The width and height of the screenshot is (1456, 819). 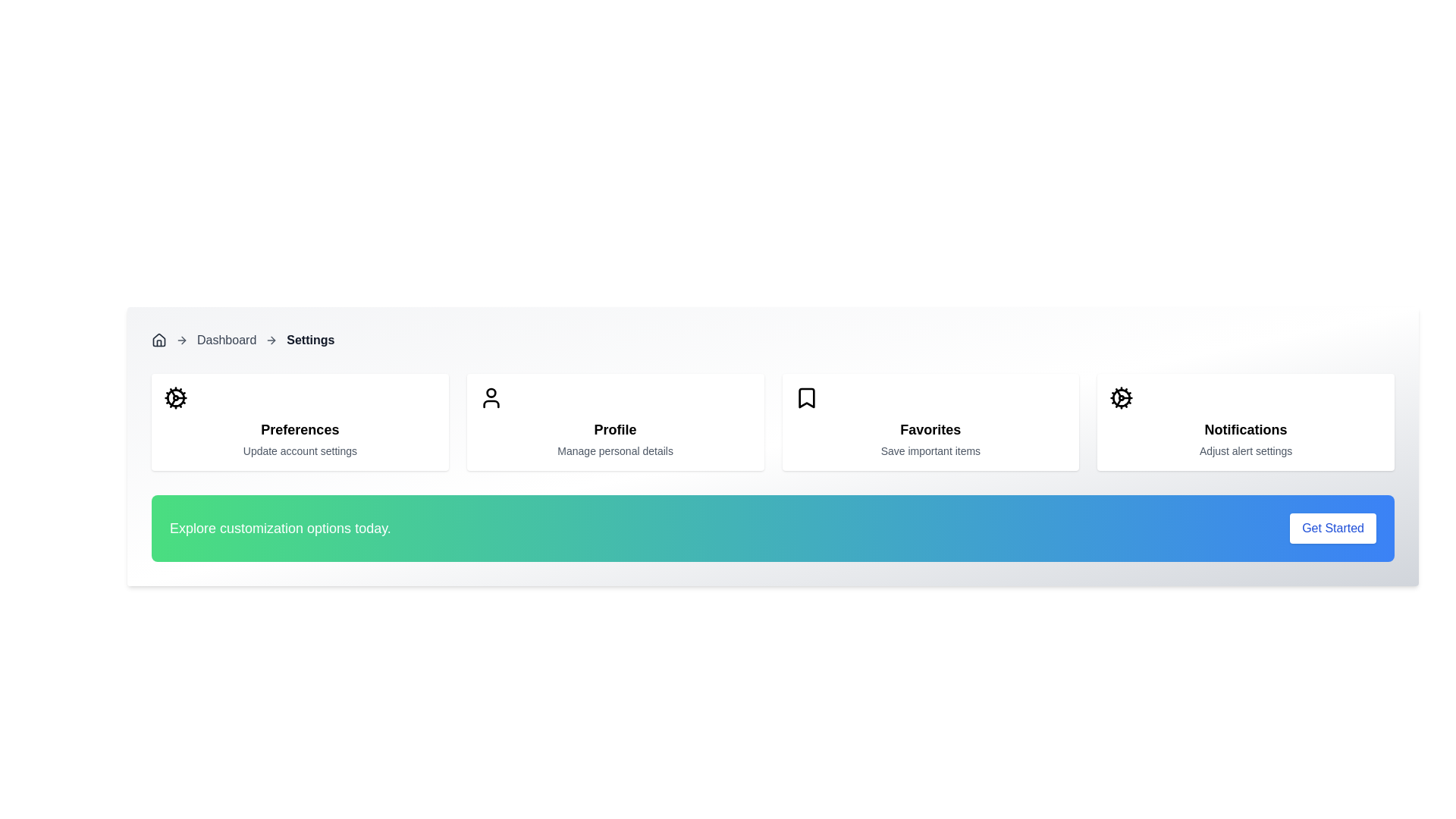 I want to click on the button or clickable card that allows users to manage notification-related settings, located in the fourth column of the grid layout, beneath the breadcrumb navigation, so click(x=1246, y=422).